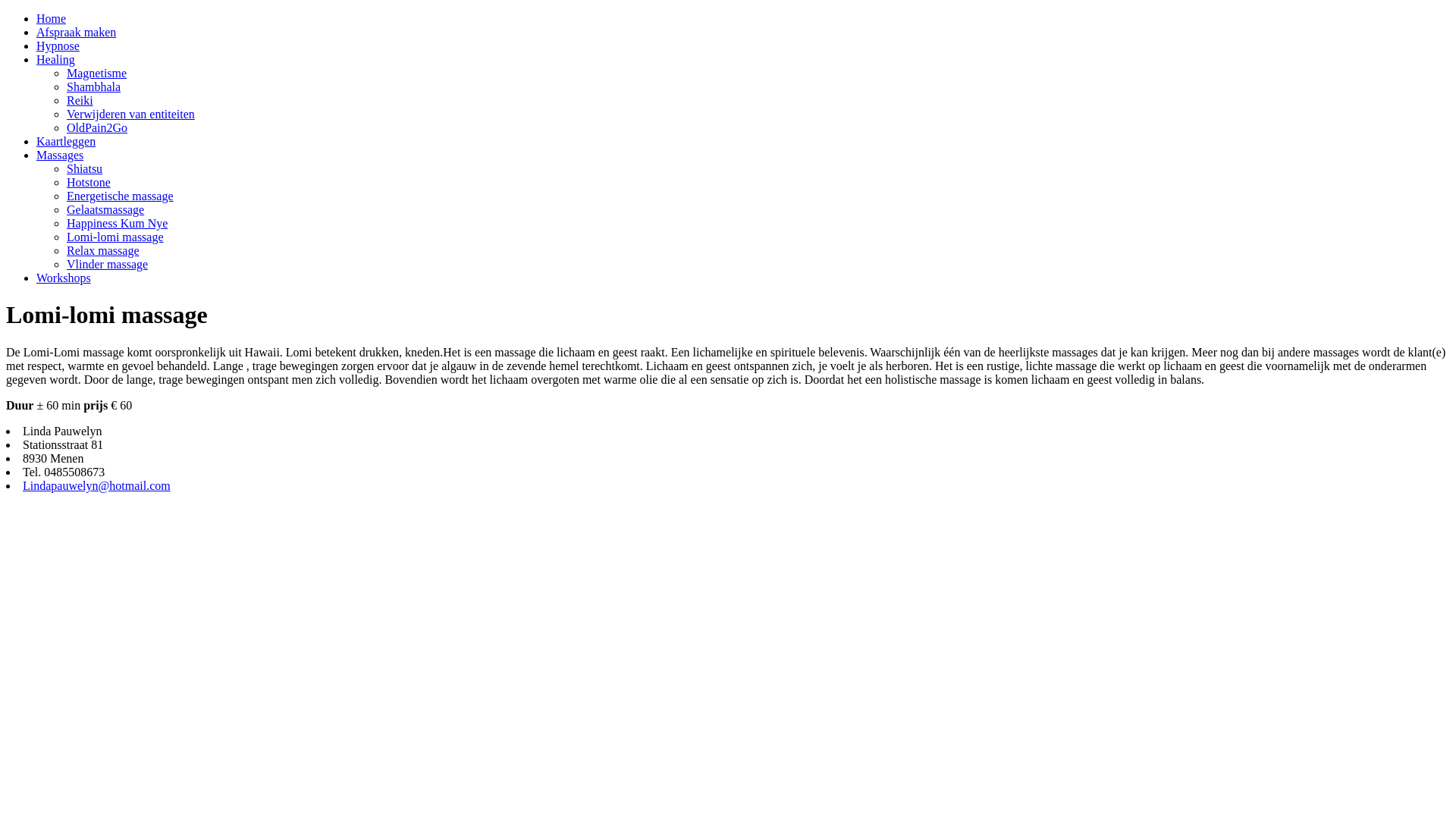 The image size is (1456, 819). What do you see at coordinates (65, 100) in the screenshot?
I see `'Reiki'` at bounding box center [65, 100].